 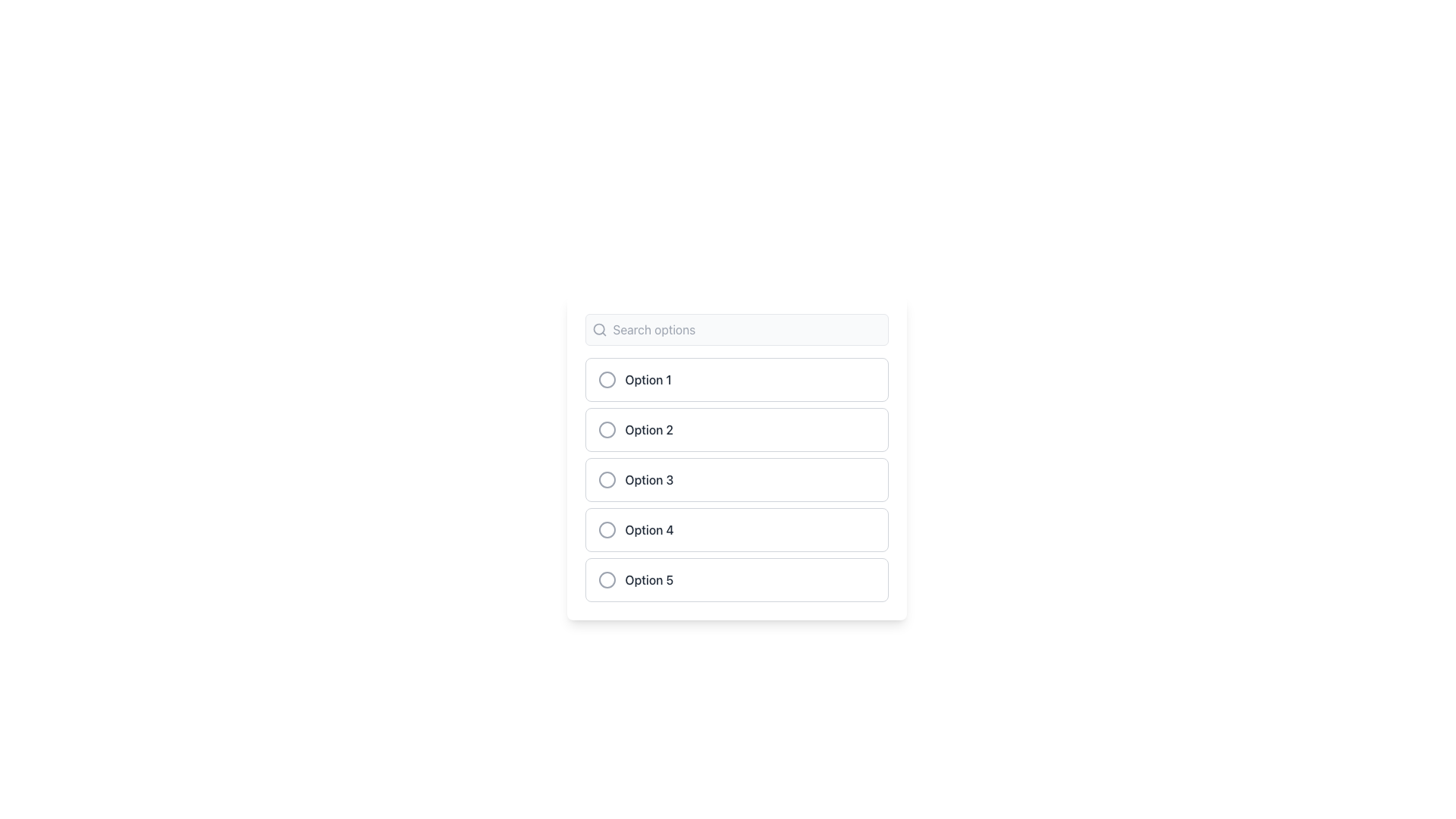 What do you see at coordinates (607, 479) in the screenshot?
I see `the circular radio button adjacent to the label 'Option 3' to focus on it` at bounding box center [607, 479].